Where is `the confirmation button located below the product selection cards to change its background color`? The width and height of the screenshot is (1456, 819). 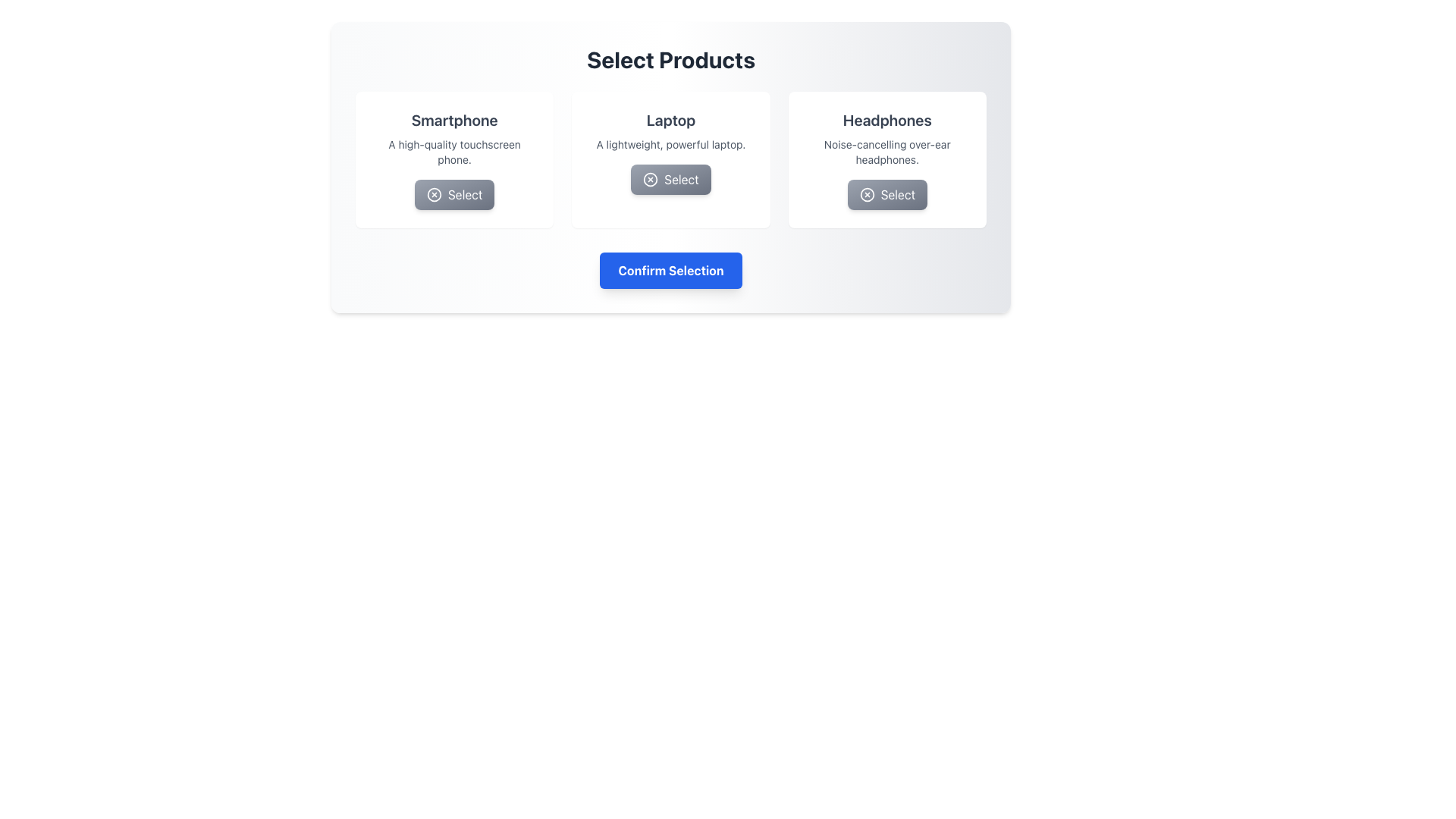 the confirmation button located below the product selection cards to change its background color is located at coordinates (670, 270).